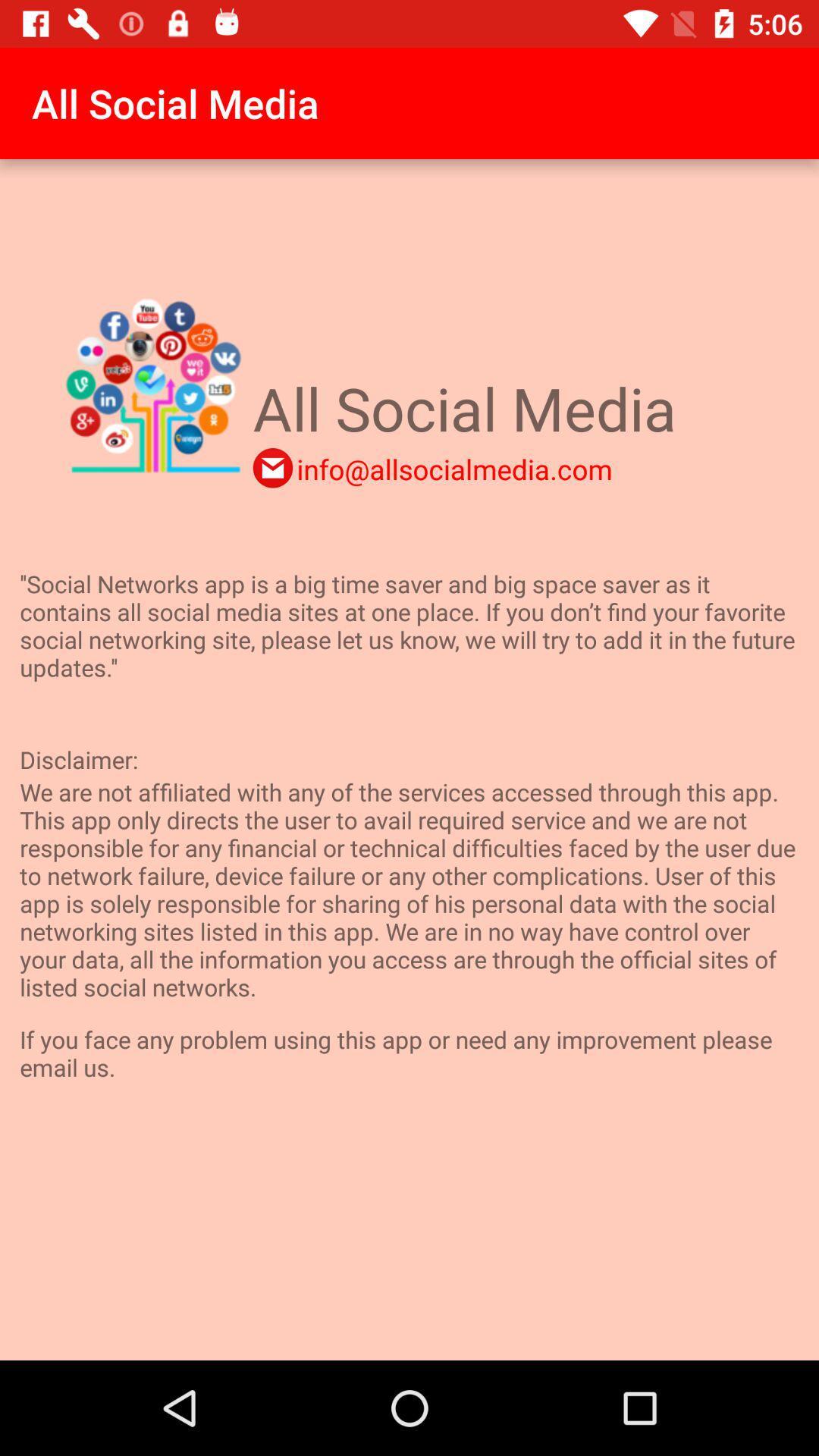 This screenshot has width=819, height=1456. I want to click on send an email, so click(271, 467).